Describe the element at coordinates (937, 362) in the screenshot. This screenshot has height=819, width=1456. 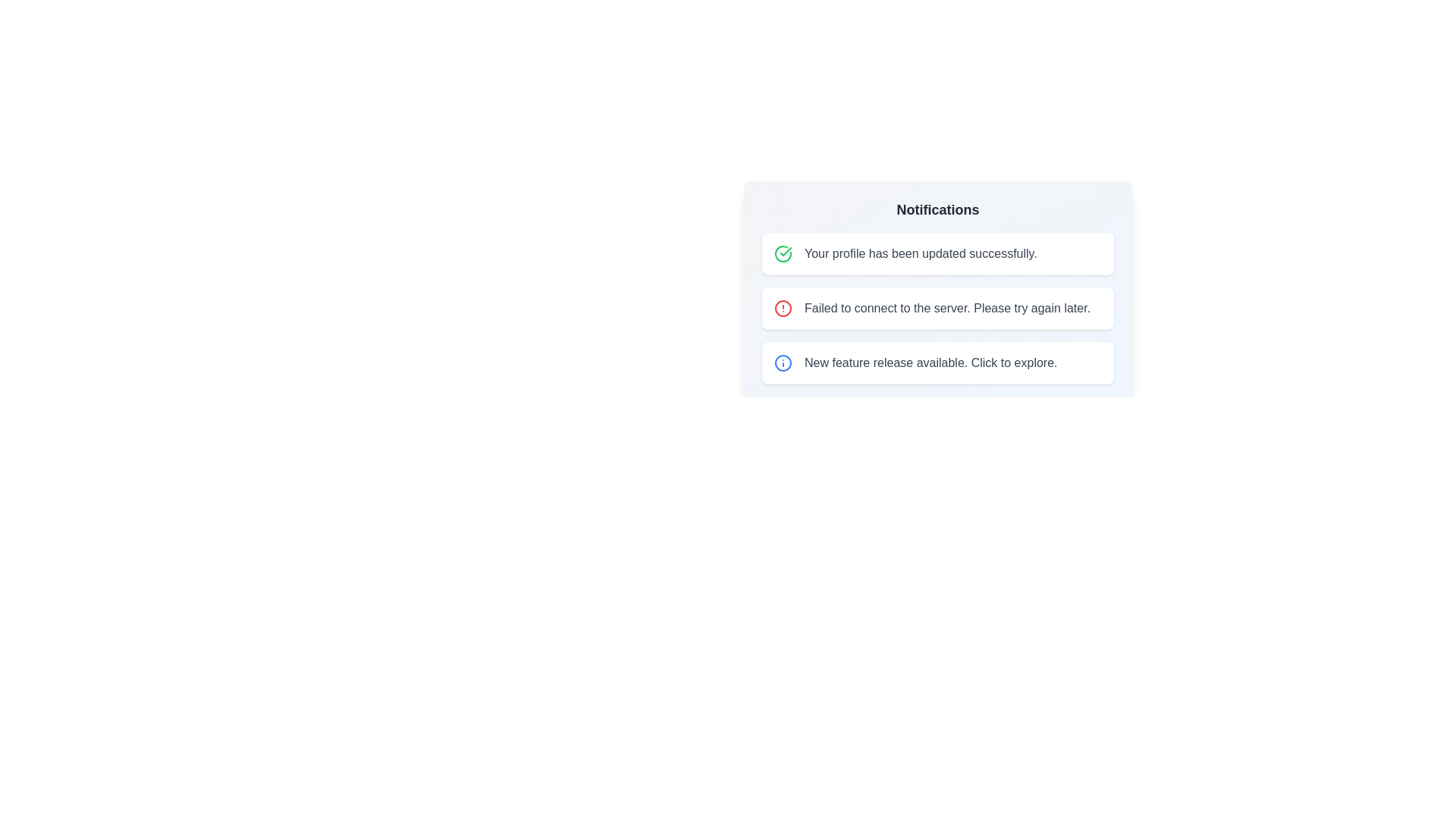
I see `the Notification card, which is the third item in the vertical list of notifications` at that location.